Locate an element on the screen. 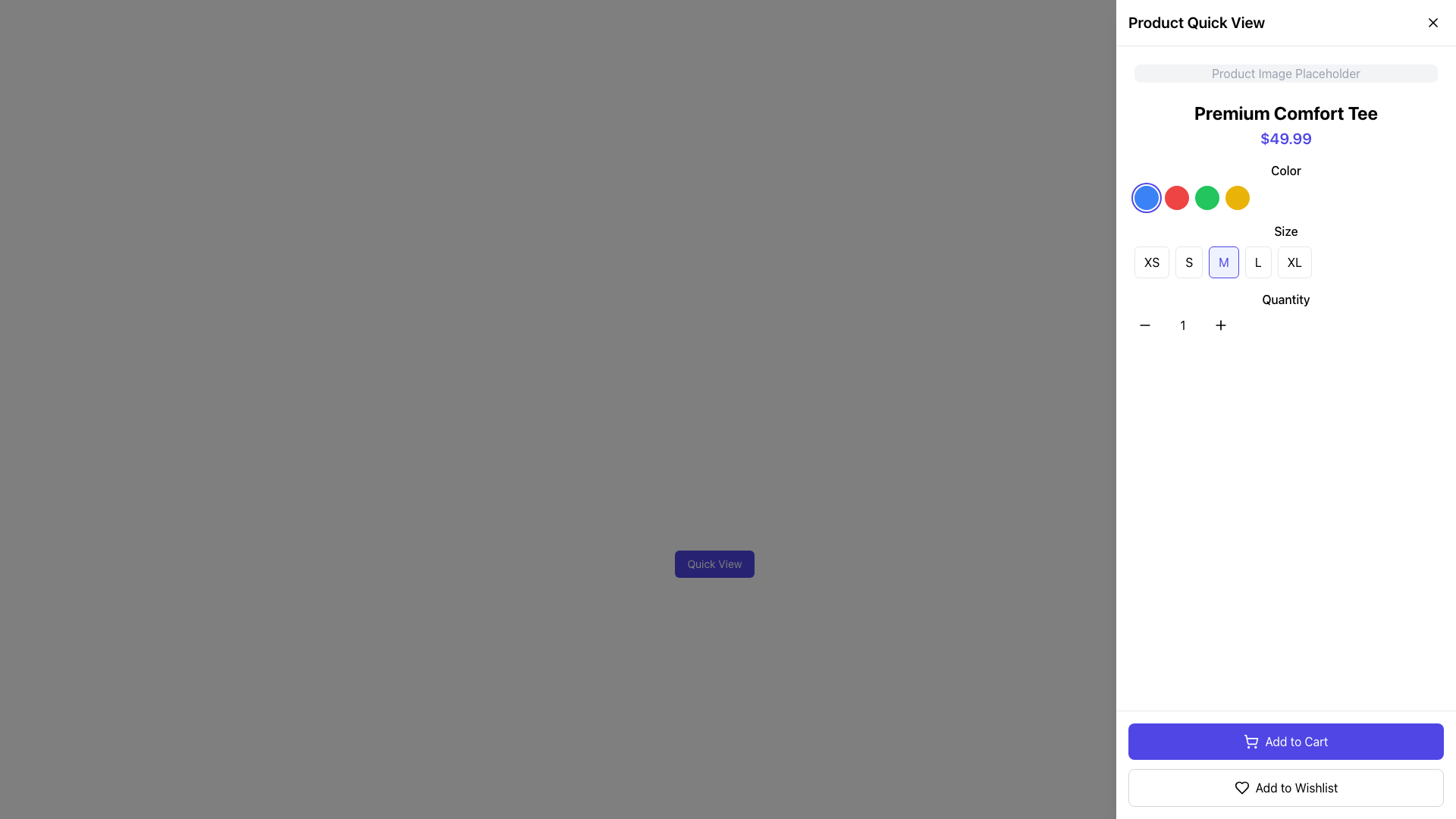  the fourth interactive button labeled 'XL' in the size selection module is located at coordinates (1285, 262).